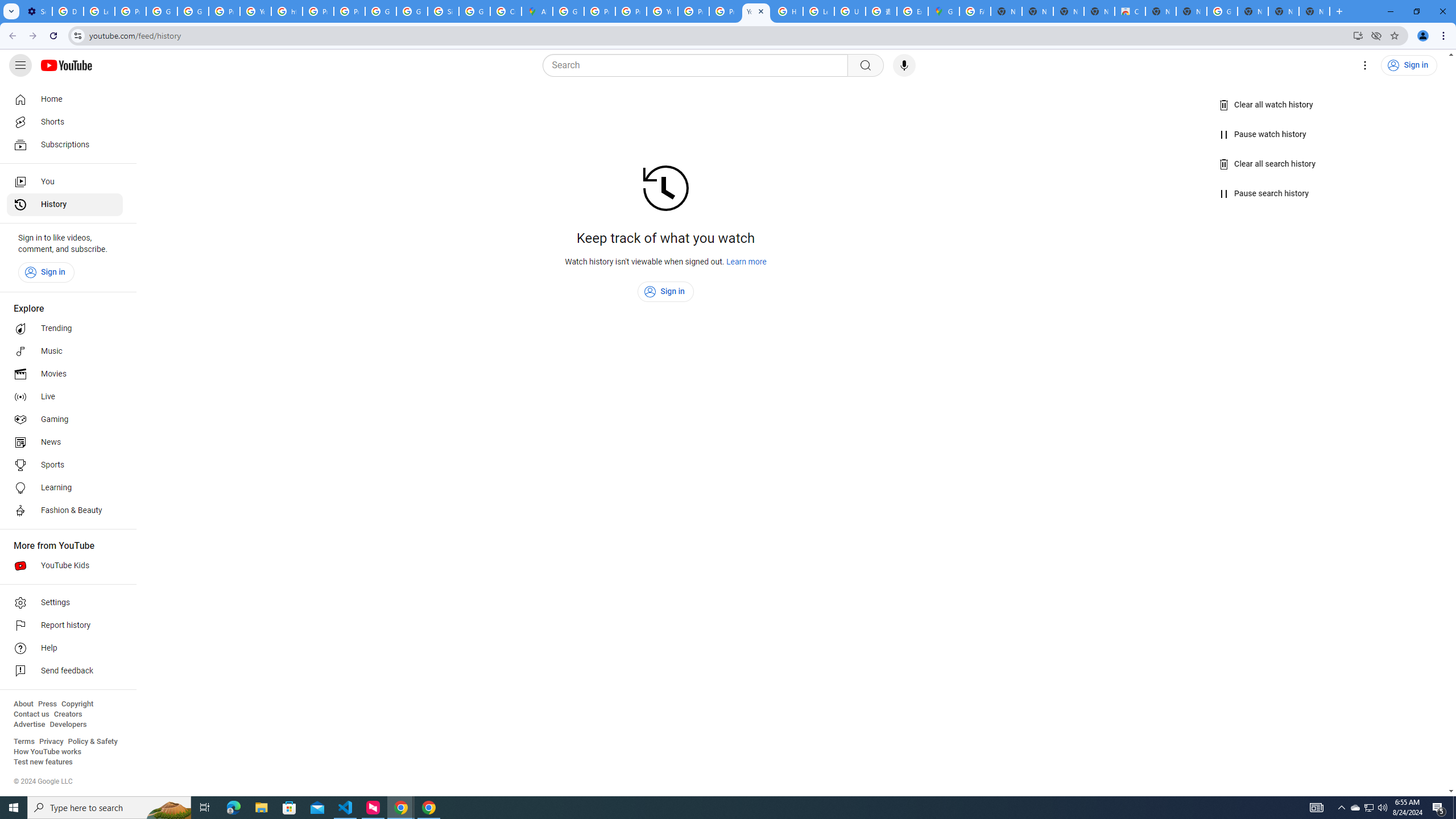 Image resolution: width=1456 pixels, height=819 pixels. I want to click on 'New Tab', so click(1252, 11).